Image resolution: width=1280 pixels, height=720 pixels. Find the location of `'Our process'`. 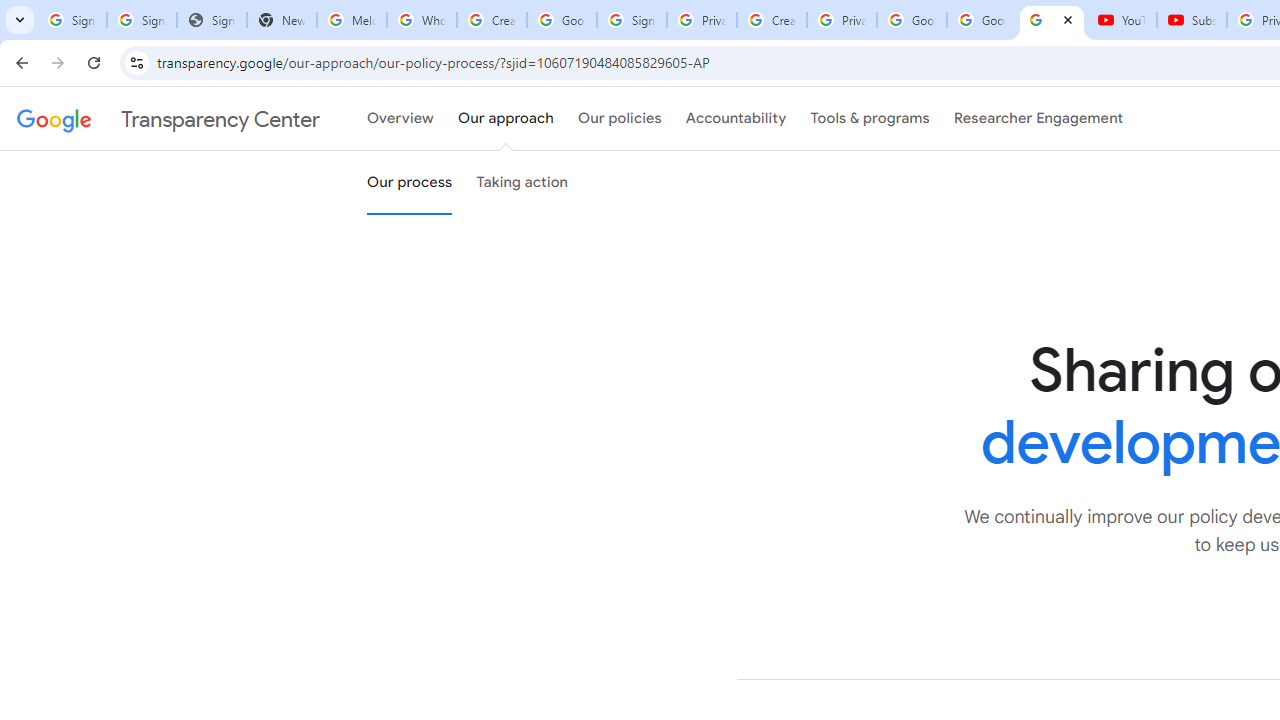

'Our process' is located at coordinates (408, 183).